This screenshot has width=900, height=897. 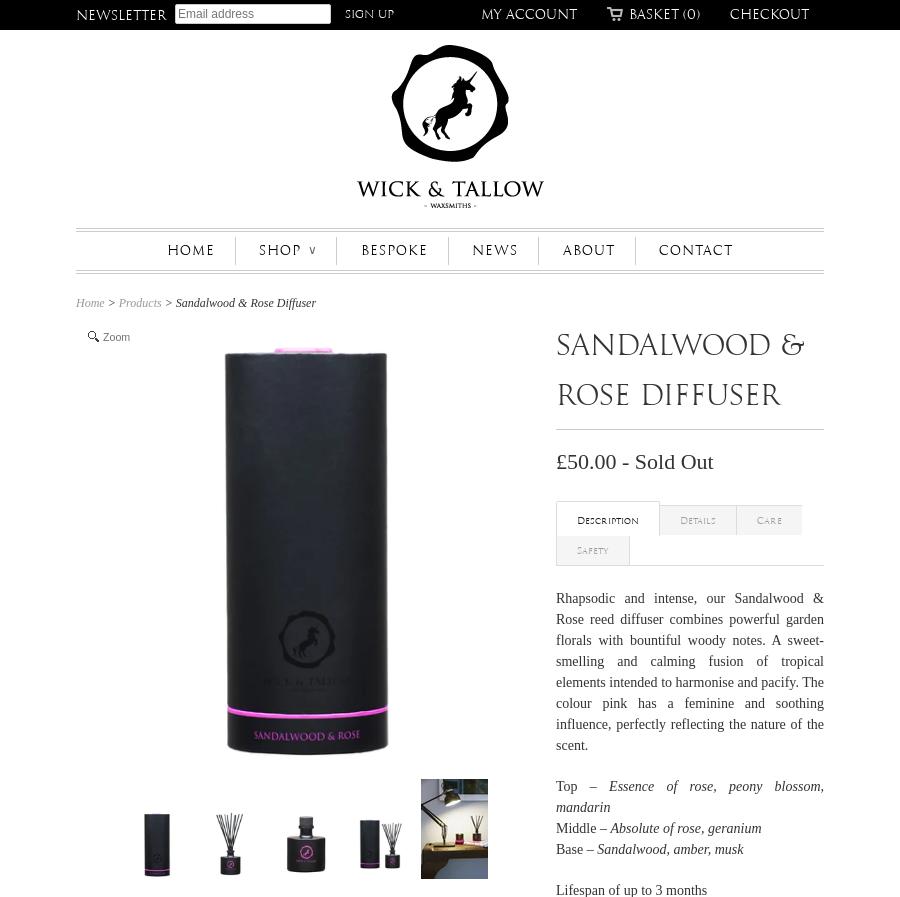 What do you see at coordinates (587, 249) in the screenshot?
I see `'ABOUT'` at bounding box center [587, 249].